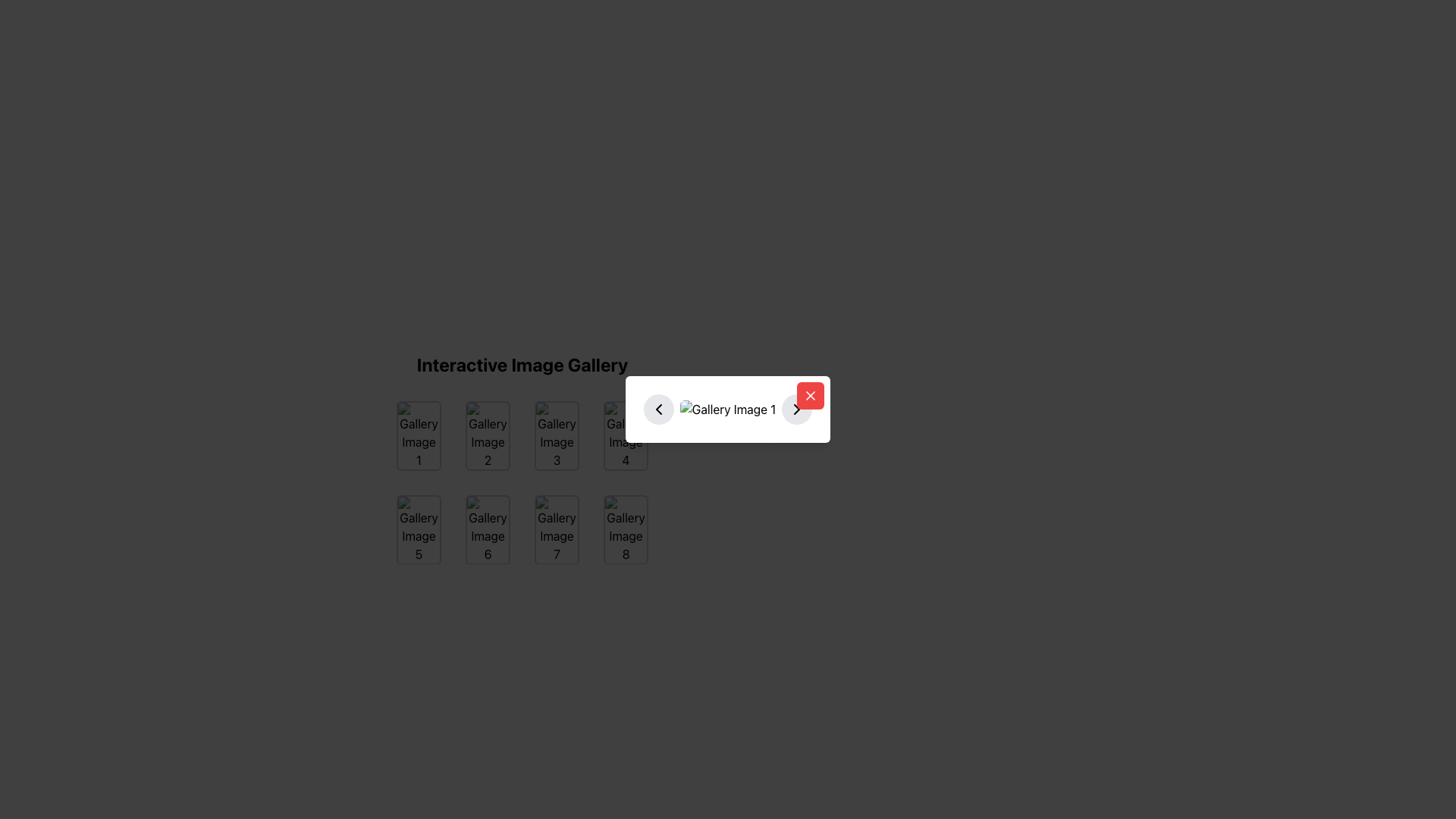 The width and height of the screenshot is (1456, 819). Describe the element at coordinates (488, 435) in the screenshot. I see `the interactive card representing an image in the gallery located in the first row and second column` at that location.